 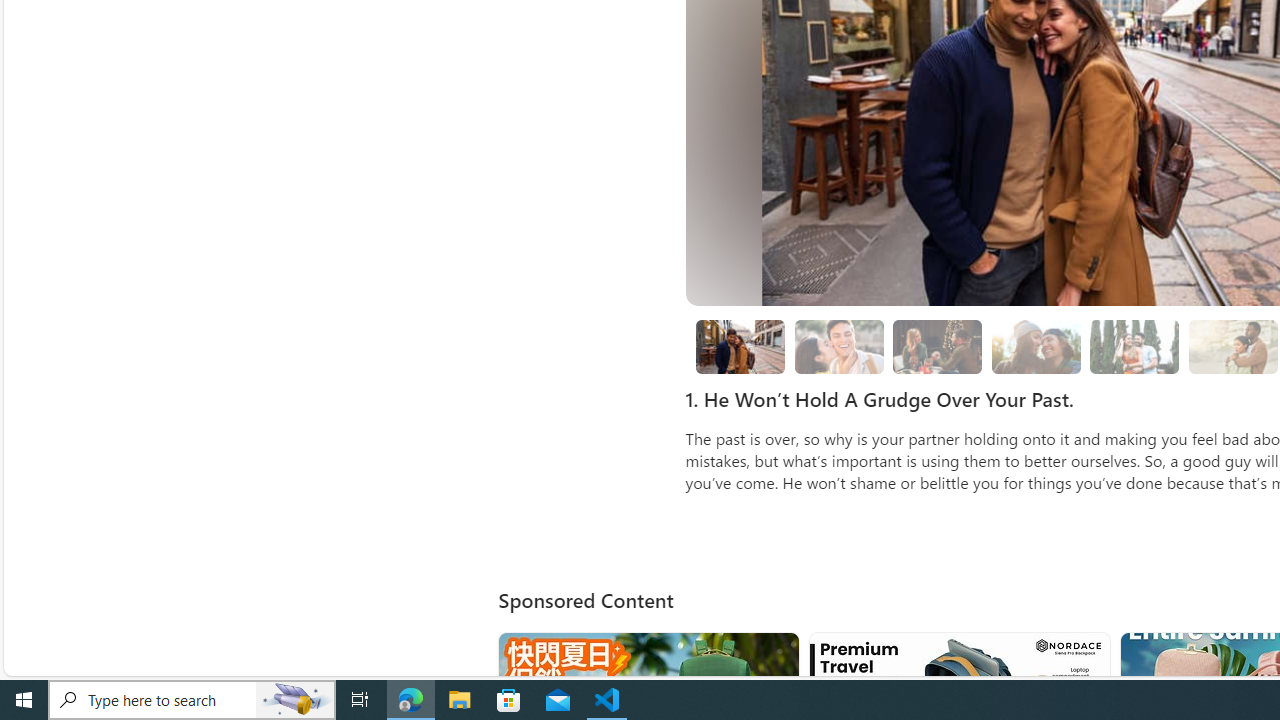 What do you see at coordinates (1231, 345) in the screenshot?
I see `'boyfriend holding girlfriend close sunshine'` at bounding box center [1231, 345].